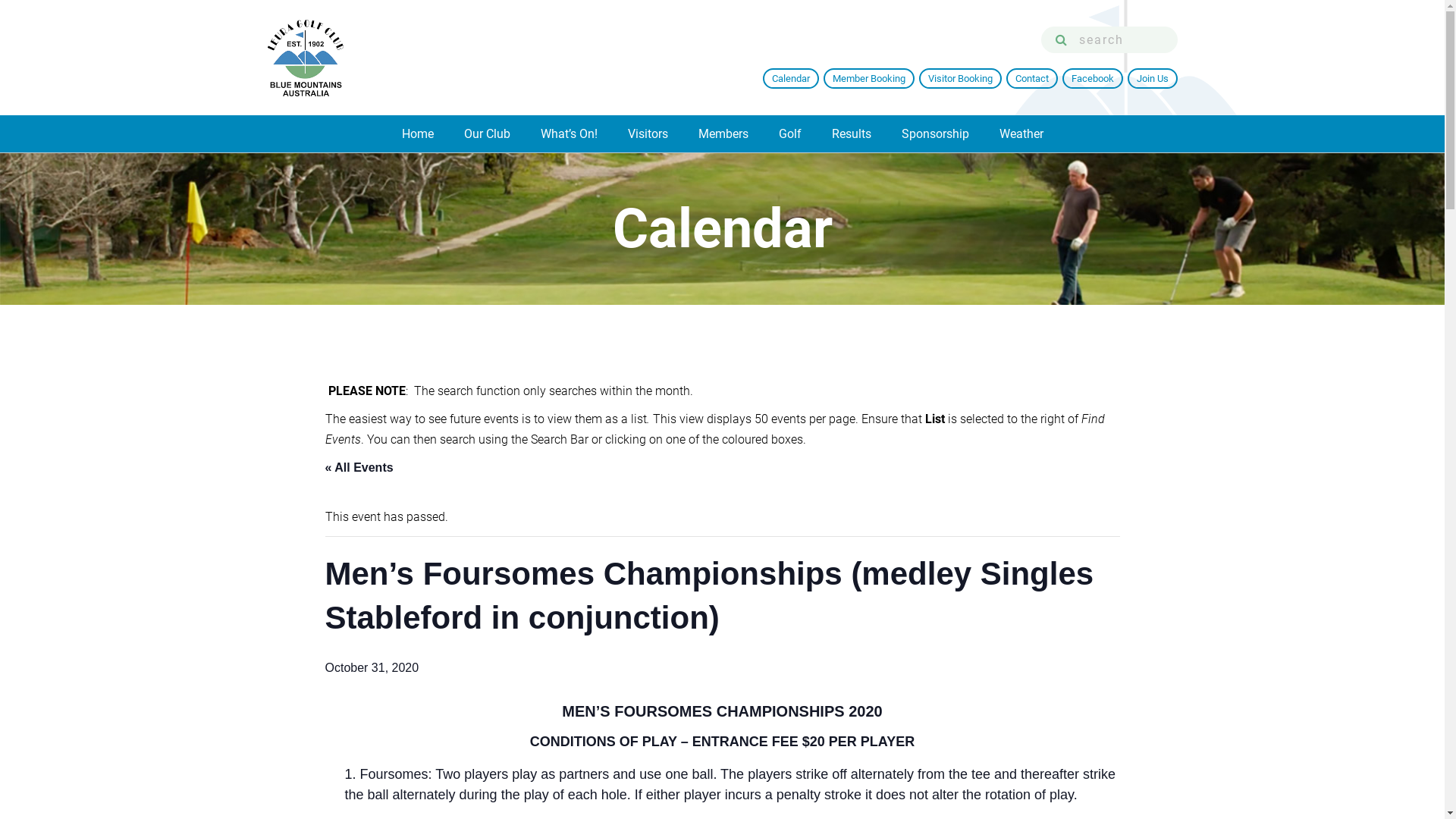 The width and height of the screenshot is (1456, 819). What do you see at coordinates (934, 133) in the screenshot?
I see `'Sponsorship'` at bounding box center [934, 133].